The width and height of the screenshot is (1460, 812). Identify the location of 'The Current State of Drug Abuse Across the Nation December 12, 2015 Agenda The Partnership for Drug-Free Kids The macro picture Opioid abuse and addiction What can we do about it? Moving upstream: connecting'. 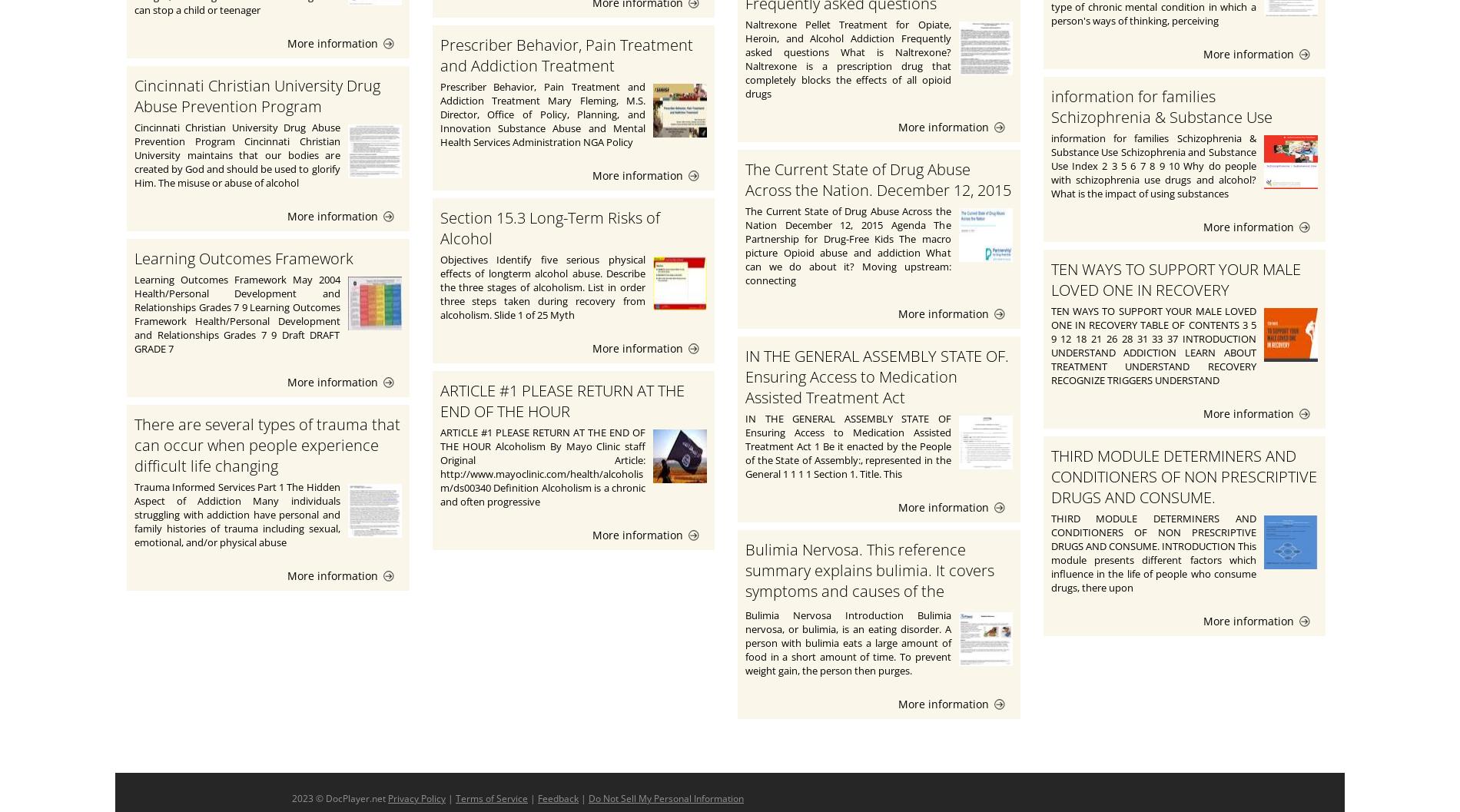
(745, 245).